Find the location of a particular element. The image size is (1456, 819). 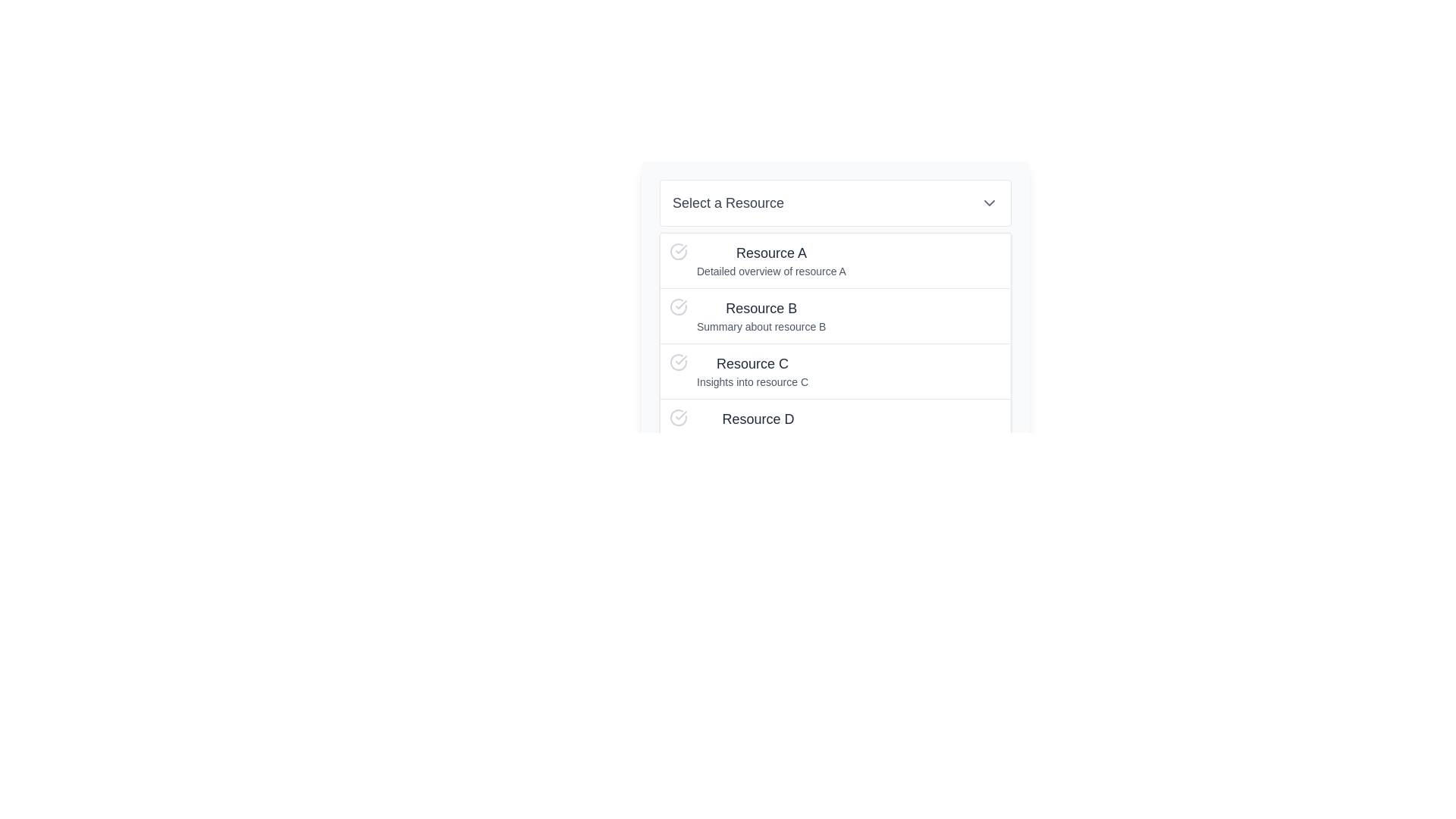

the Dropdown Button displaying 'Select a Resource.' is located at coordinates (835, 202).